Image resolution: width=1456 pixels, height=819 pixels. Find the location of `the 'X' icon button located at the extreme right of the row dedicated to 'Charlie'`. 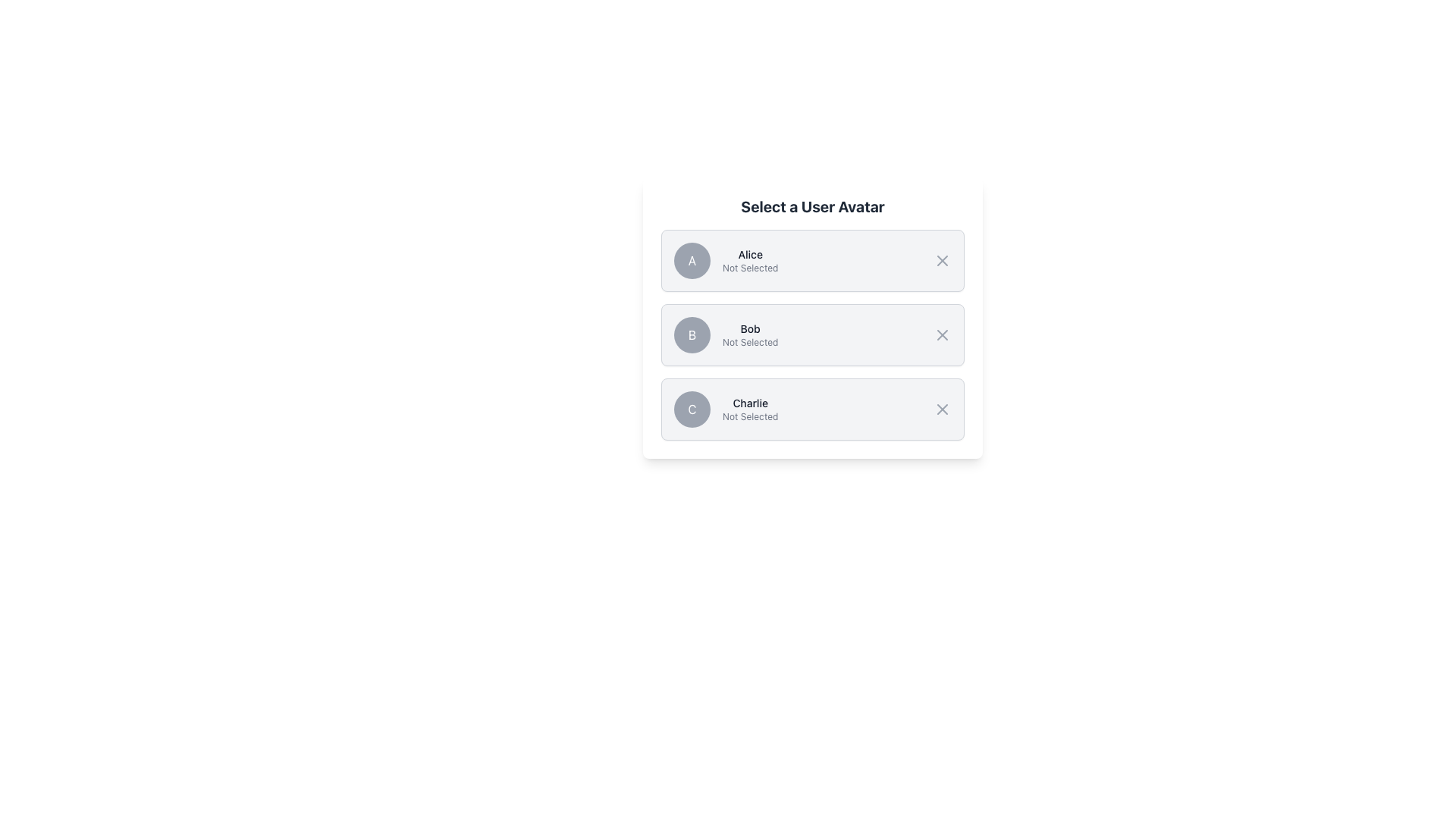

the 'X' icon button located at the extreme right of the row dedicated to 'Charlie' is located at coordinates (942, 409).